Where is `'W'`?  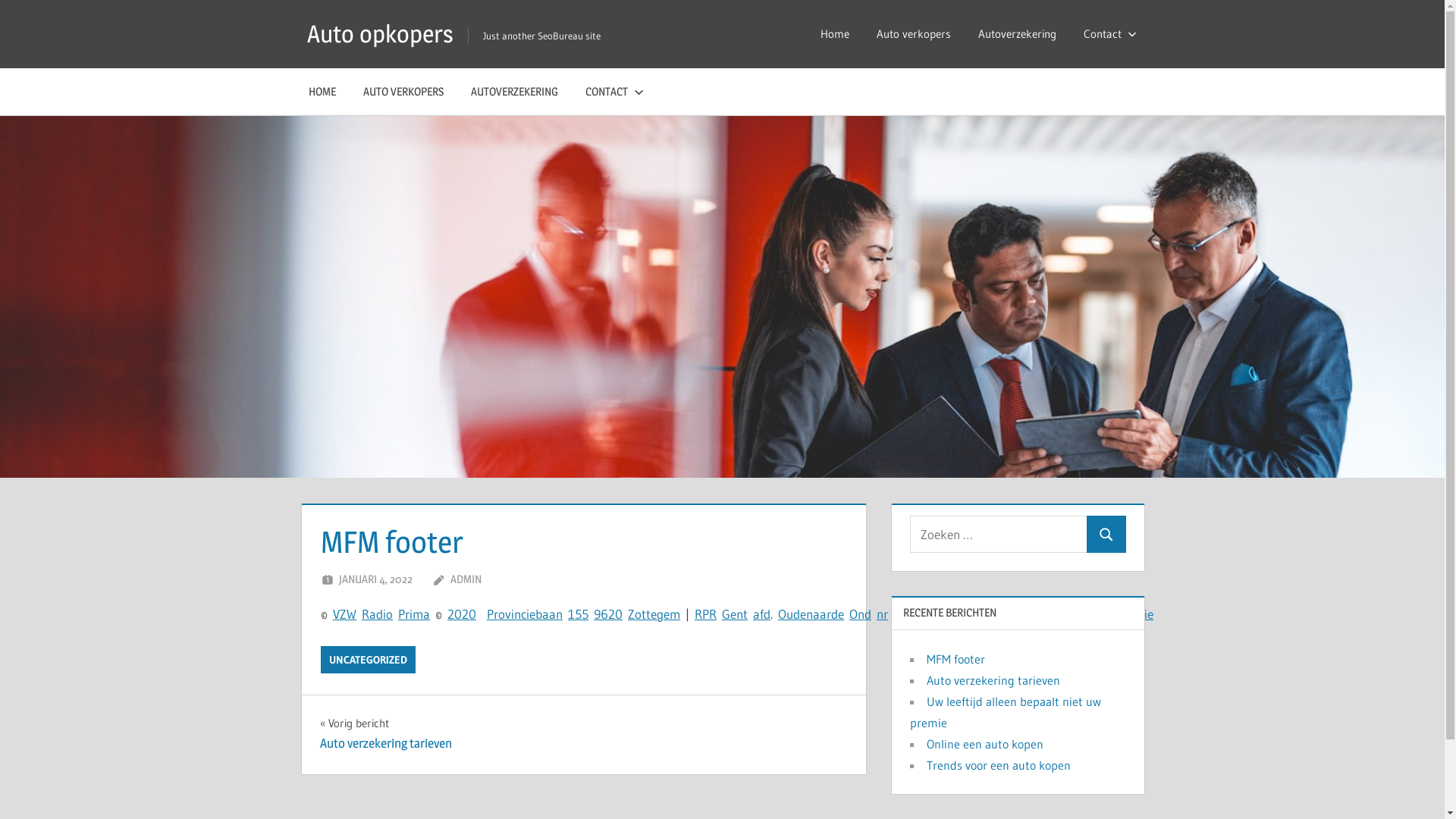 'W' is located at coordinates (345, 613).